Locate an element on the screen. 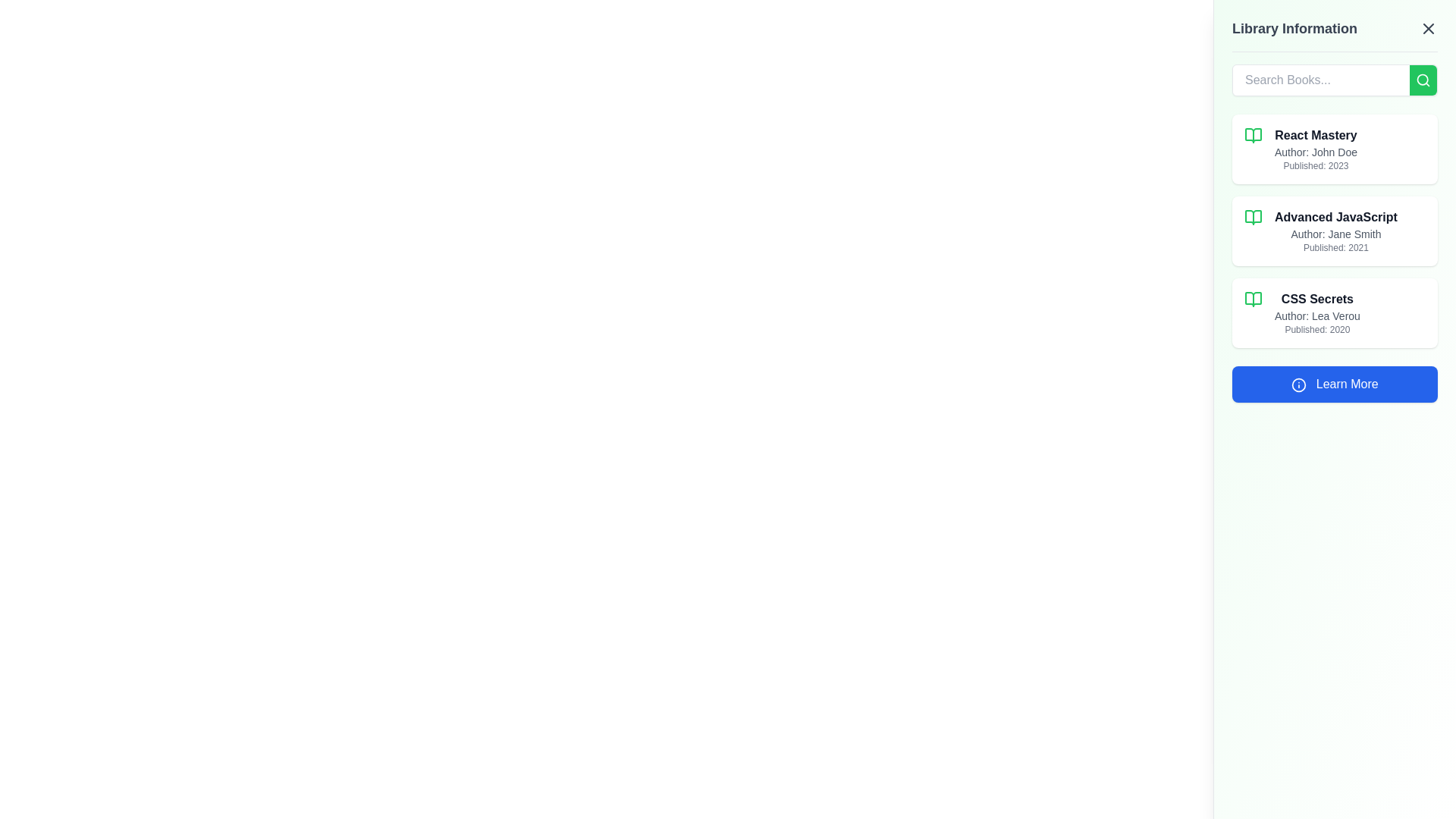  the static text label that displays 'Published: 2021' in gray color, located beneath the author's name 'Jane Smith' in the section for 'Advanced JavaScript' is located at coordinates (1335, 247).